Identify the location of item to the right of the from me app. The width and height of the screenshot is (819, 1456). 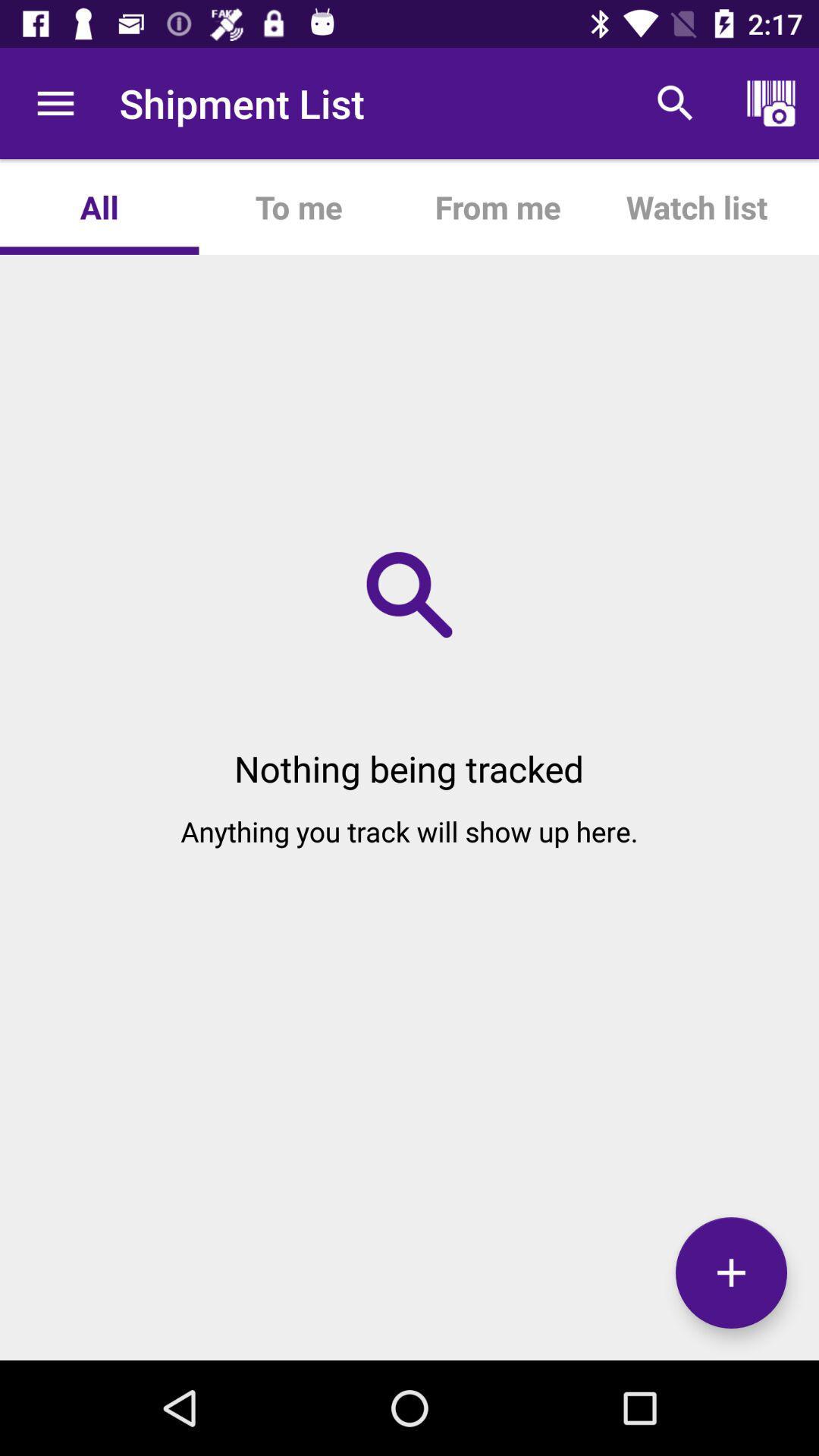
(675, 102).